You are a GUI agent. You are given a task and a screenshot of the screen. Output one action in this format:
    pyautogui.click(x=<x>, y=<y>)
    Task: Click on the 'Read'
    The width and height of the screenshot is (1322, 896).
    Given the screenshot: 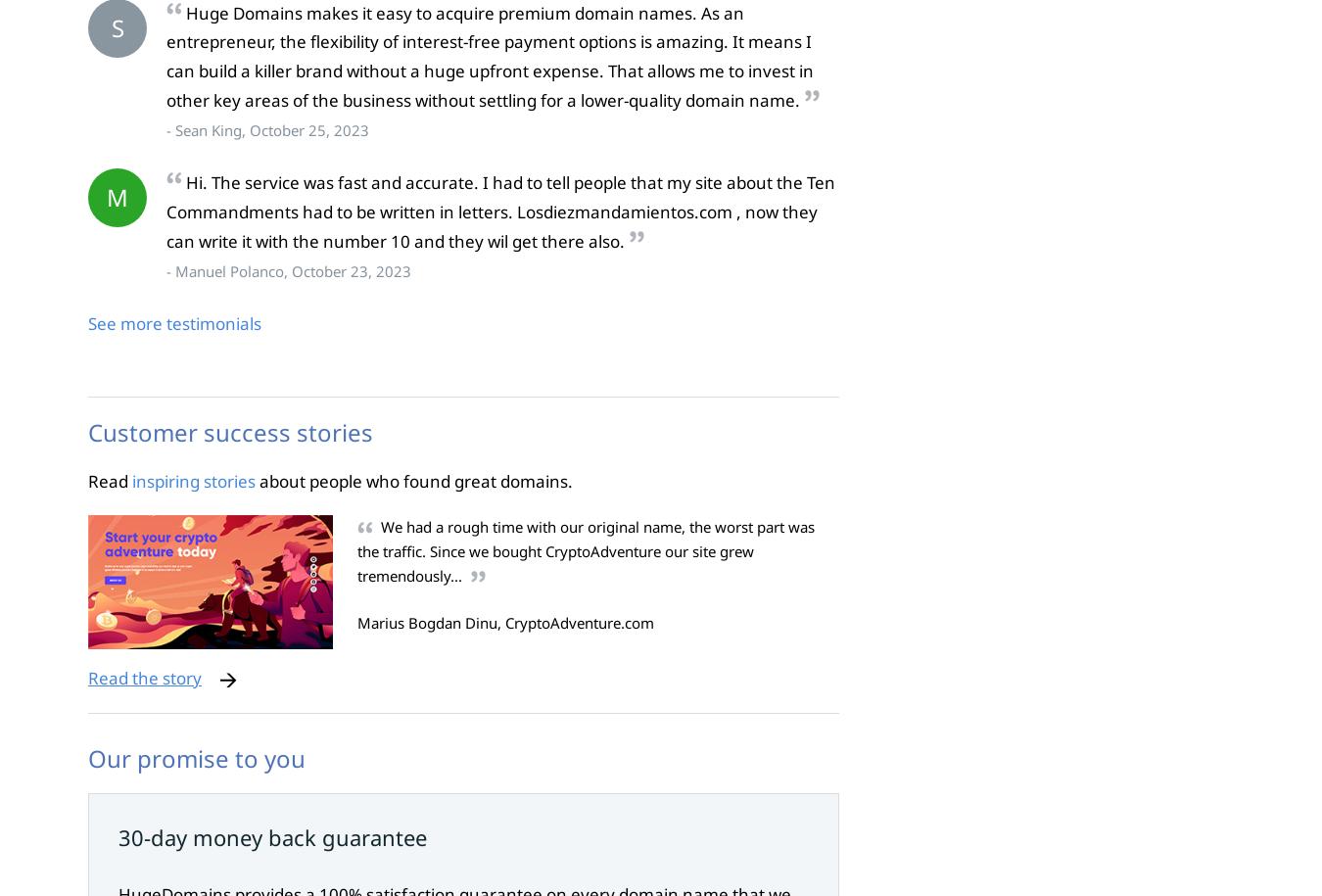 What is the action you would take?
    pyautogui.click(x=87, y=479)
    